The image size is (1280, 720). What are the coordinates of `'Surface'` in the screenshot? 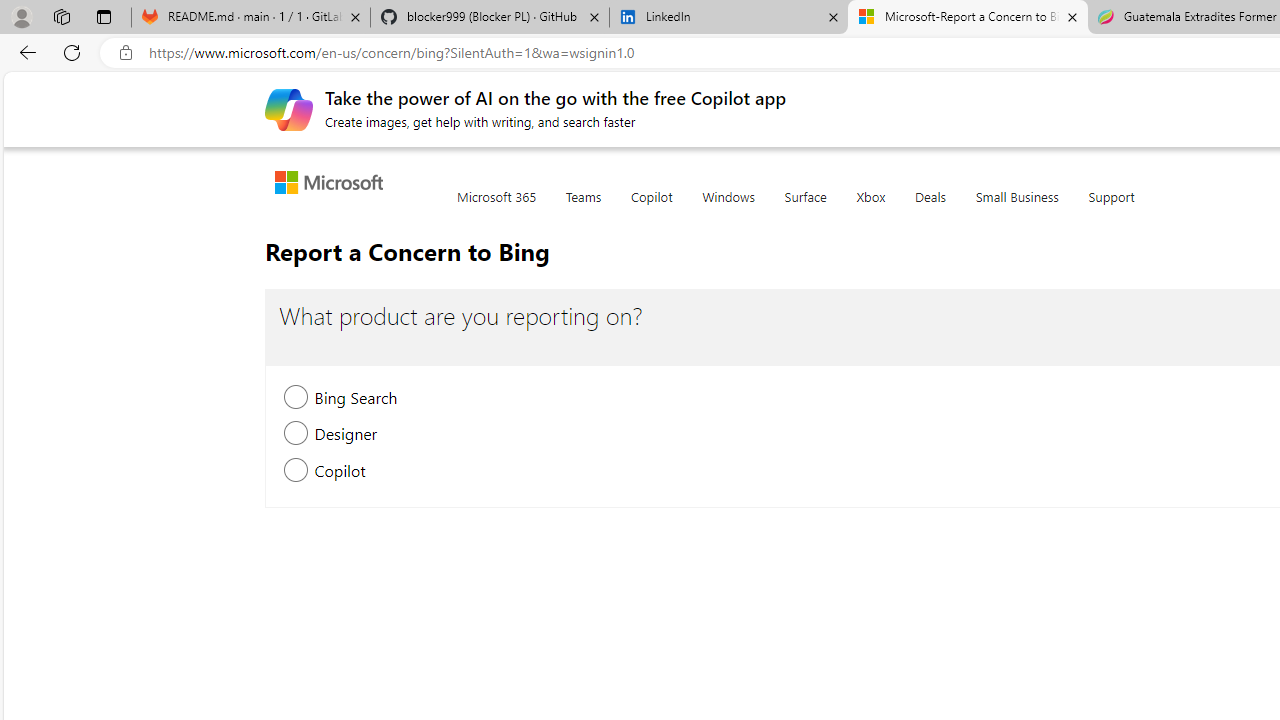 It's located at (805, 208).